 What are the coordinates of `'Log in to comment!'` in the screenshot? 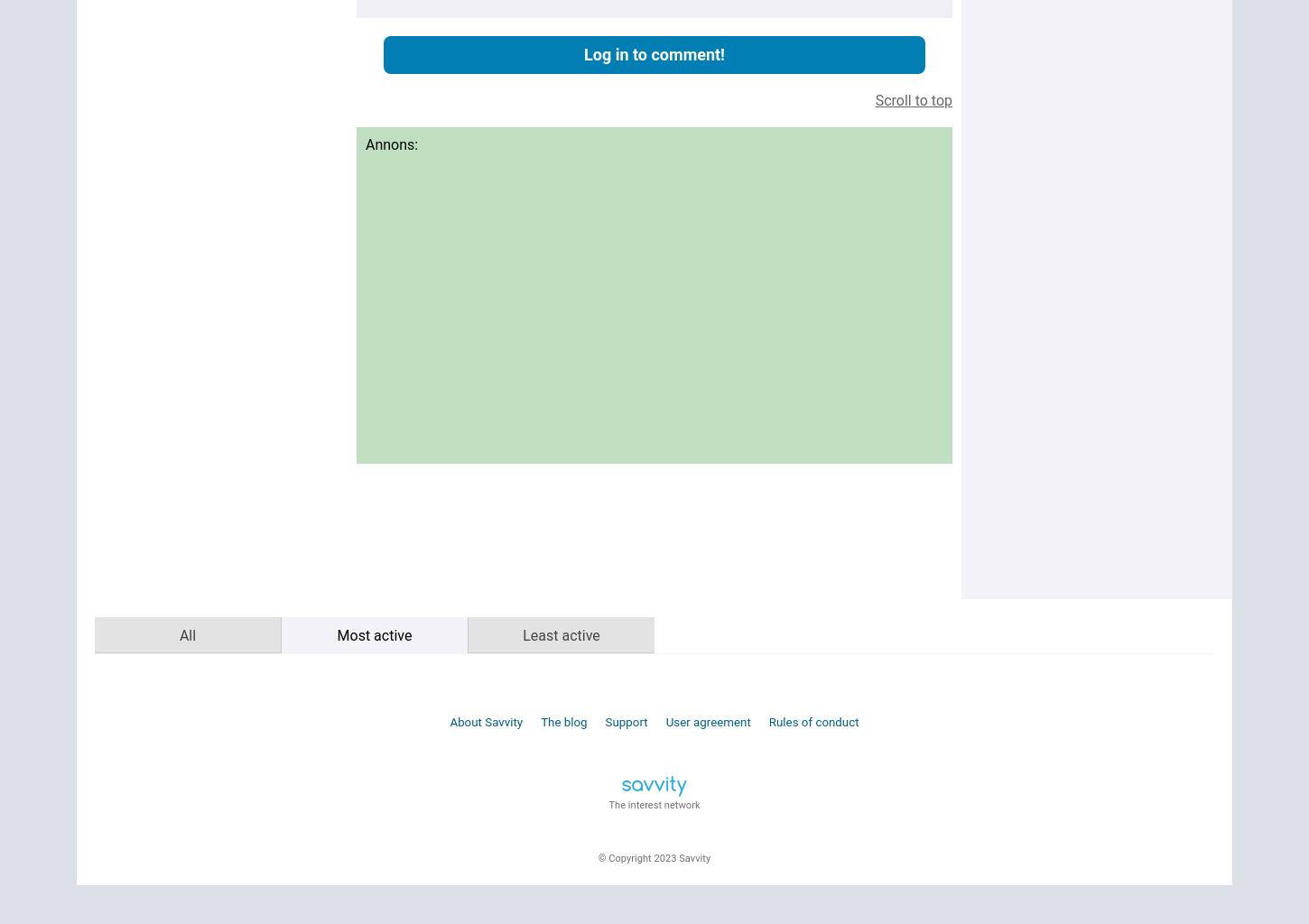 It's located at (653, 53).